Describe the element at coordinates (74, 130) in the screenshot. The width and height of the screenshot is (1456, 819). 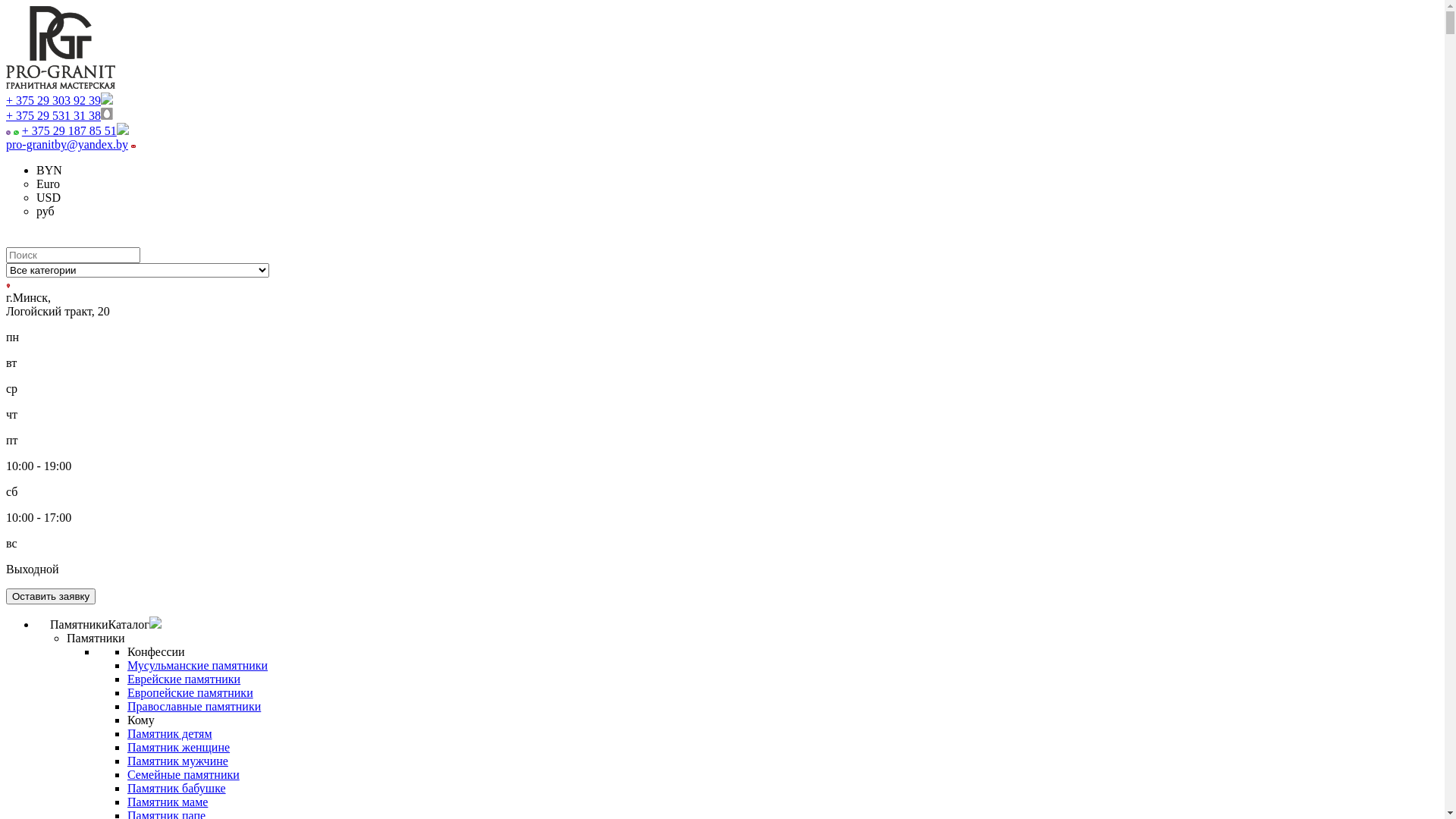
I see `'+ 375 29 187 85 51'` at that location.